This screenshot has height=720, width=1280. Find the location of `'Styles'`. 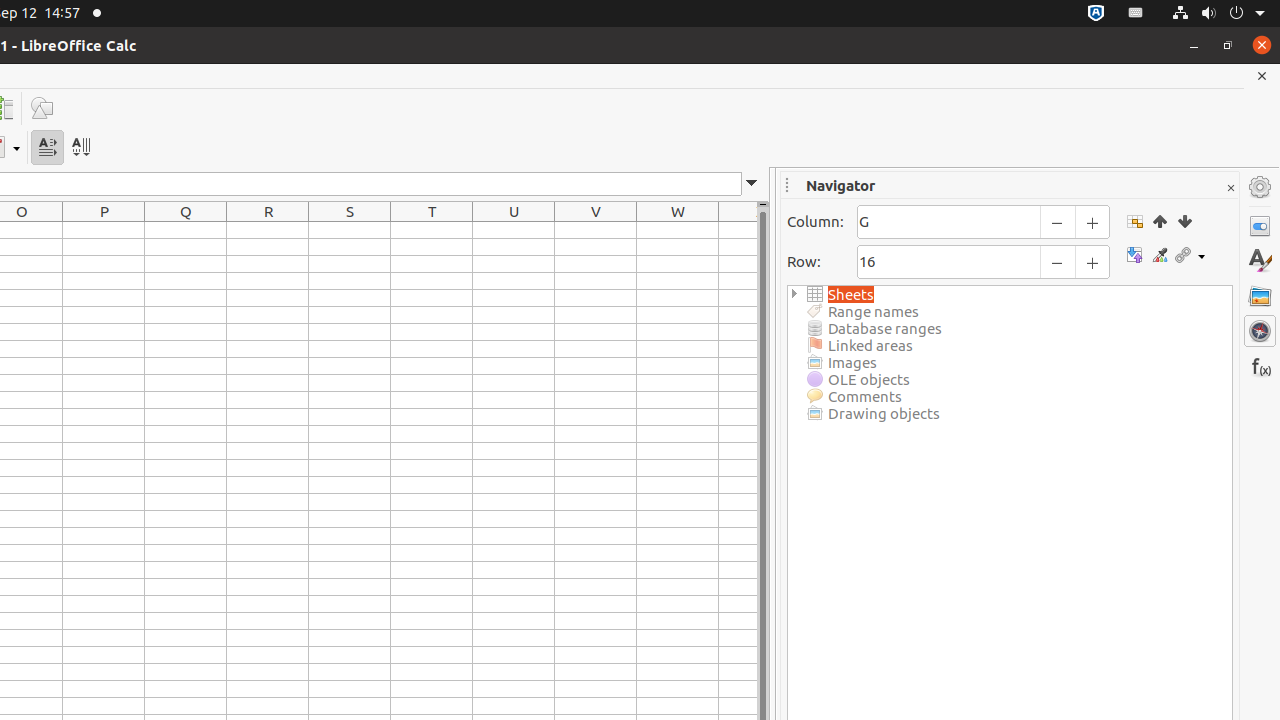

'Styles' is located at coordinates (1259, 260).